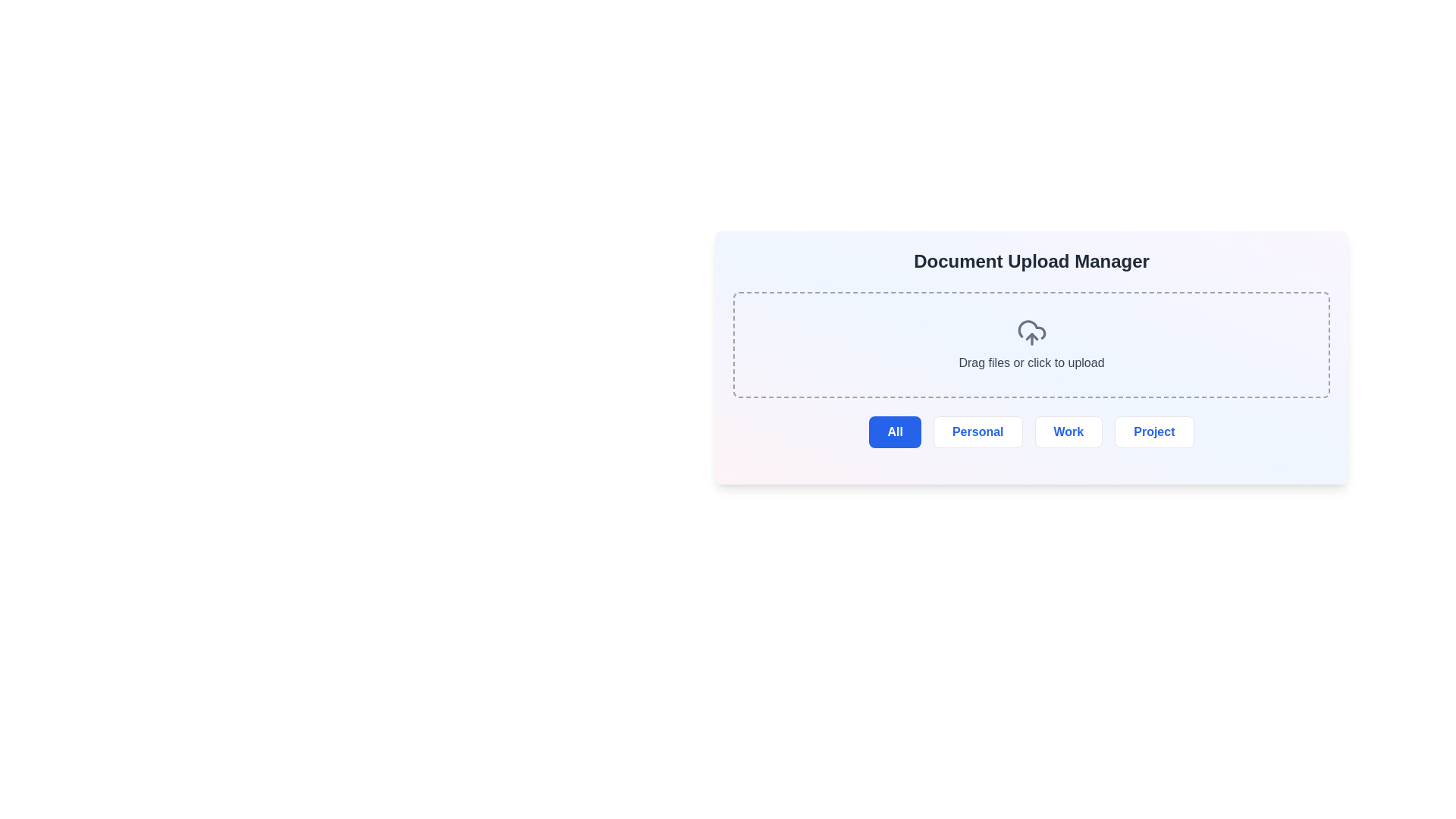  What do you see at coordinates (1031, 332) in the screenshot?
I see `the cloud icon with an upward arrow, which is located above the text 'Drag files or click to upload' and is centered within a dashed-bordered area` at bounding box center [1031, 332].